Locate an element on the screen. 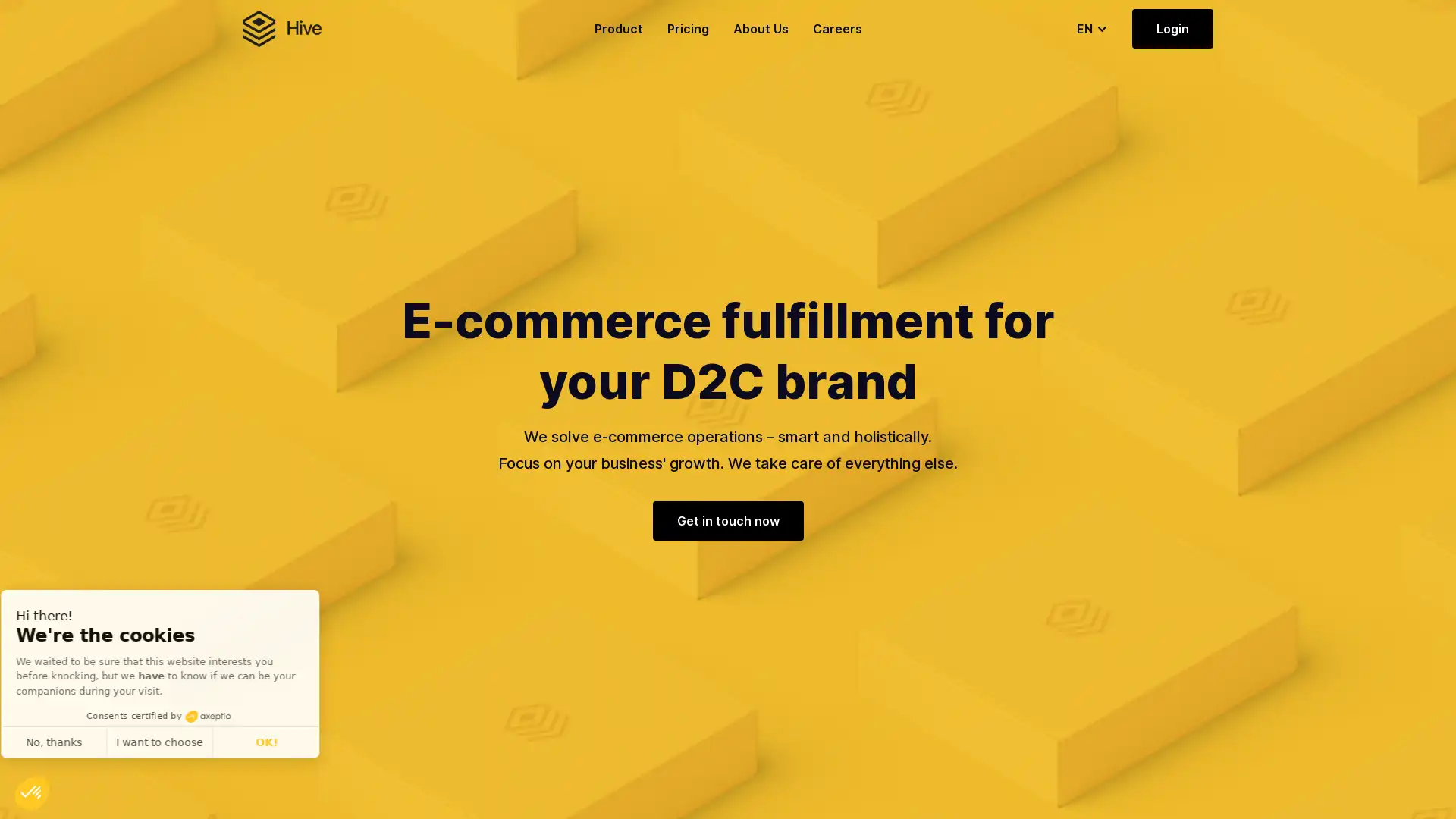 The image size is (1456, 819). OK! is located at coordinates (280, 742).